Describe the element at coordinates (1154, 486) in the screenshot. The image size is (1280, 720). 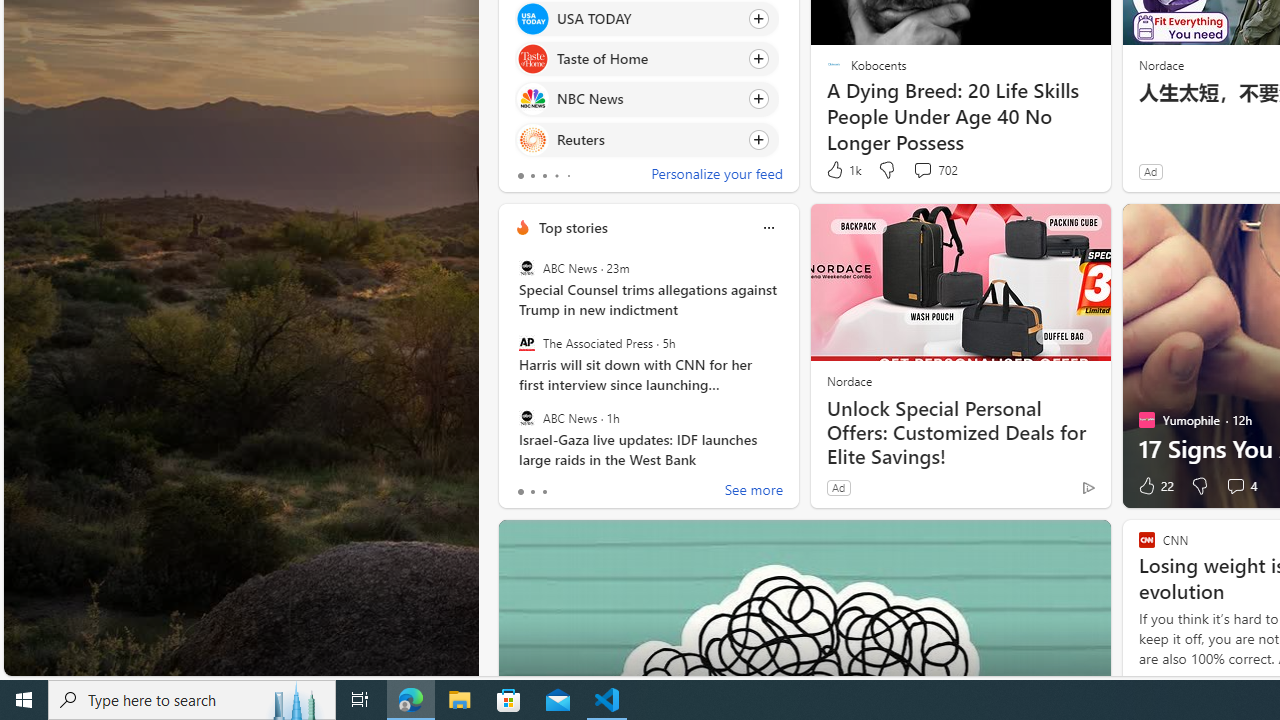
I see `'22 Like'` at that location.